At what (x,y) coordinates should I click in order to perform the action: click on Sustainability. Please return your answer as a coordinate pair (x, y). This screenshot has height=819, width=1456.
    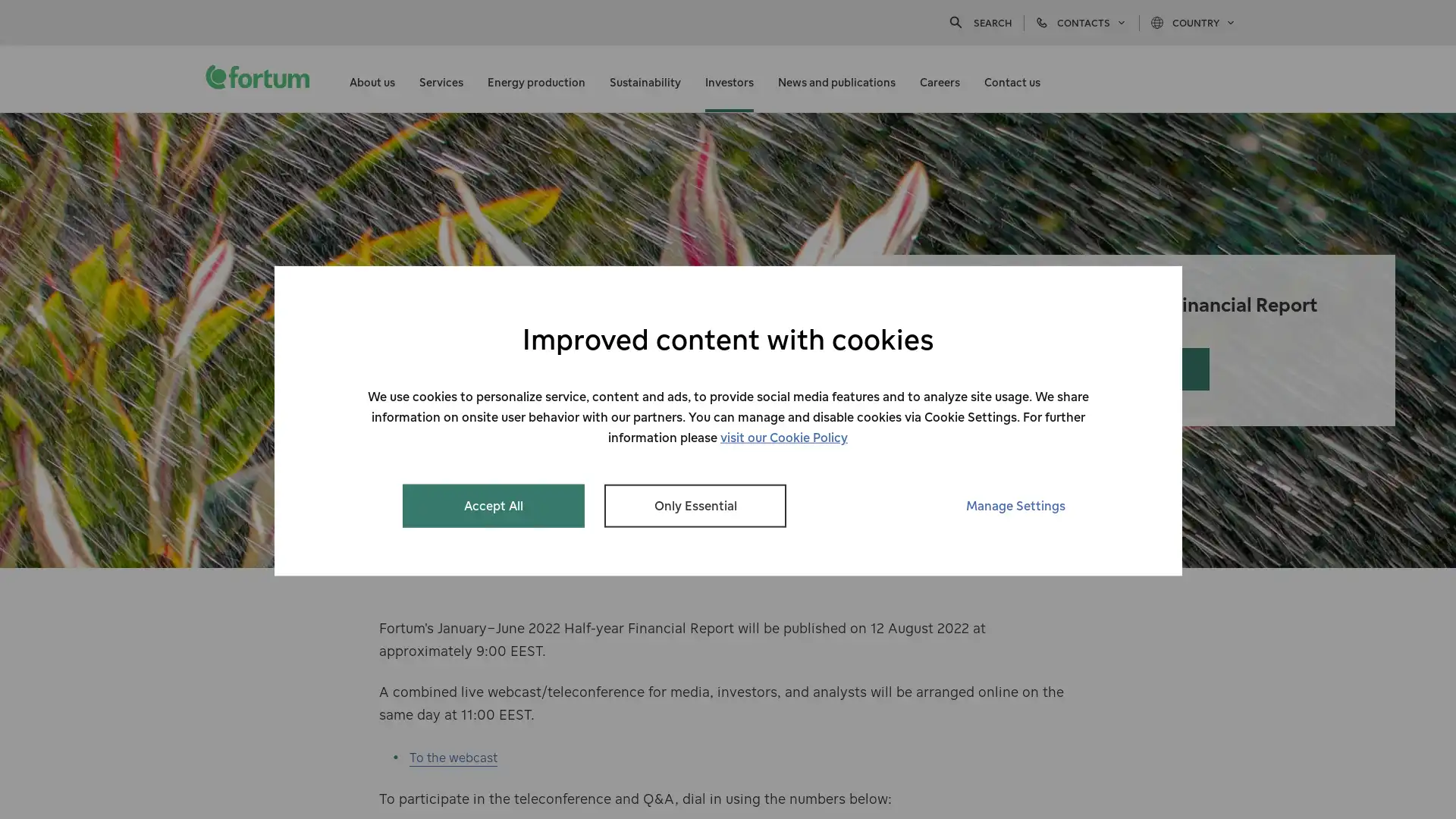
    Looking at the image, I should click on (645, 79).